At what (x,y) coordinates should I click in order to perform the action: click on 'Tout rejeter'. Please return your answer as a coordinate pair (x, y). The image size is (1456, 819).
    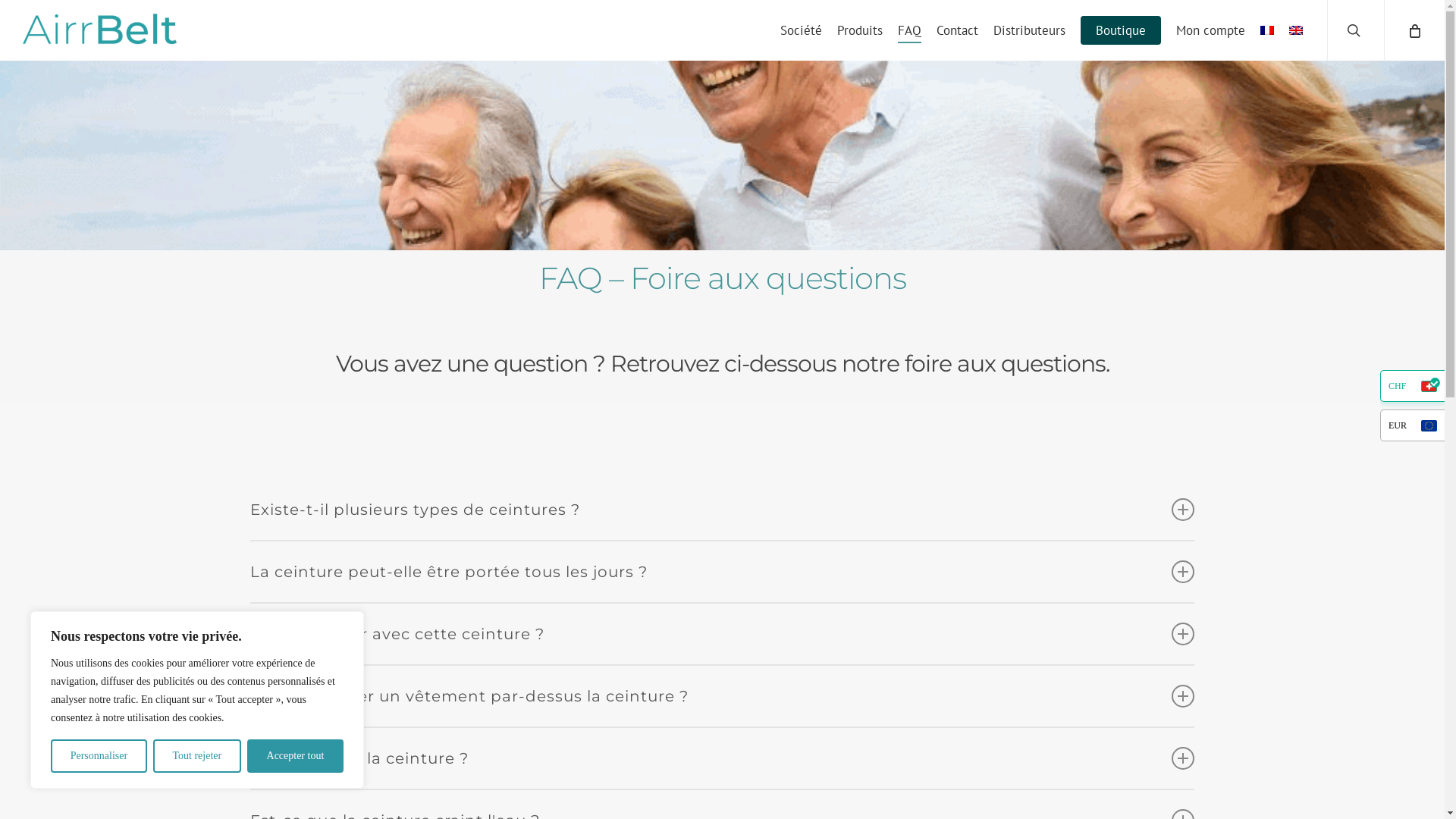
    Looking at the image, I should click on (196, 755).